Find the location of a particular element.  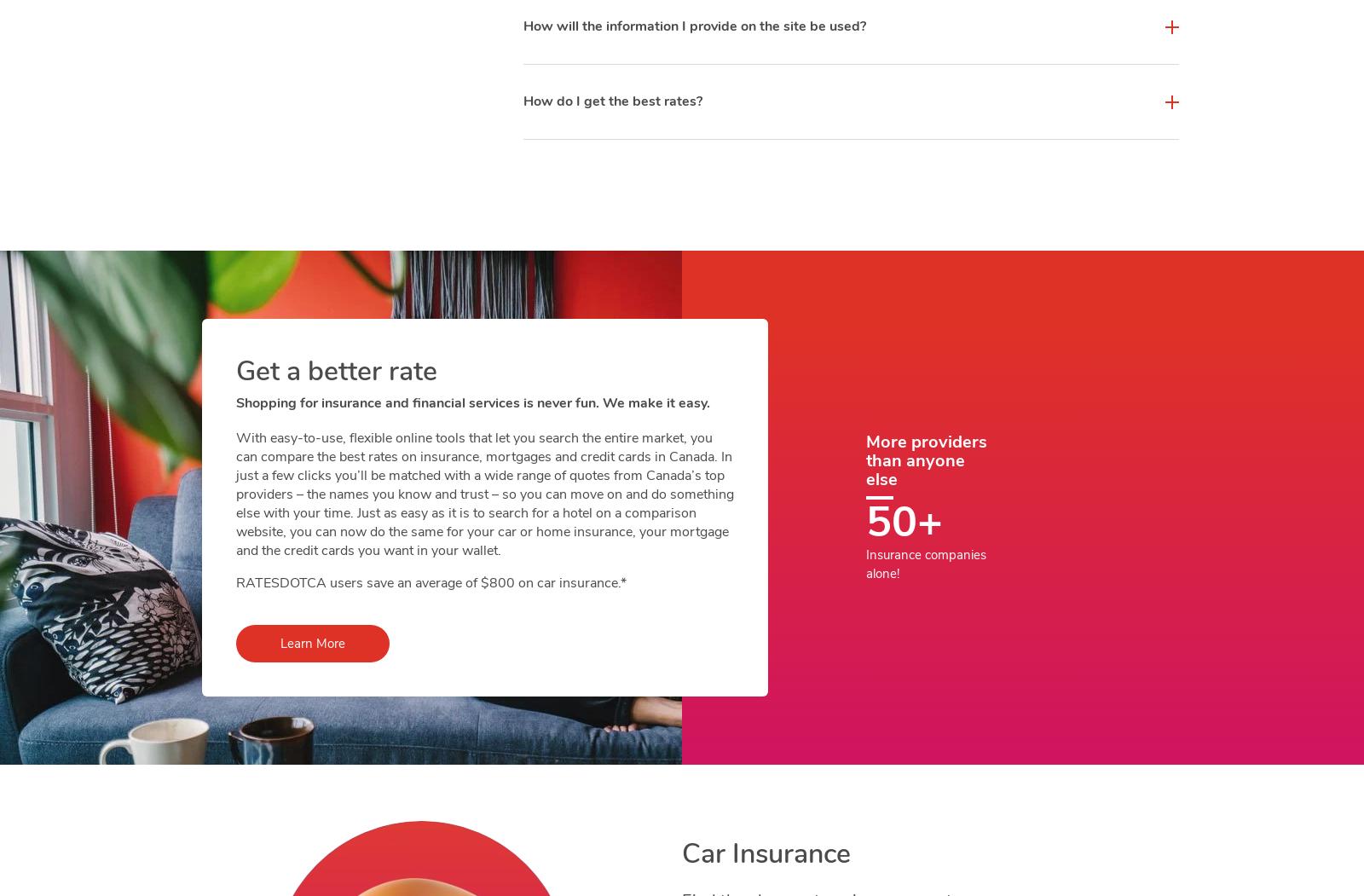

'50+' is located at coordinates (866, 520).